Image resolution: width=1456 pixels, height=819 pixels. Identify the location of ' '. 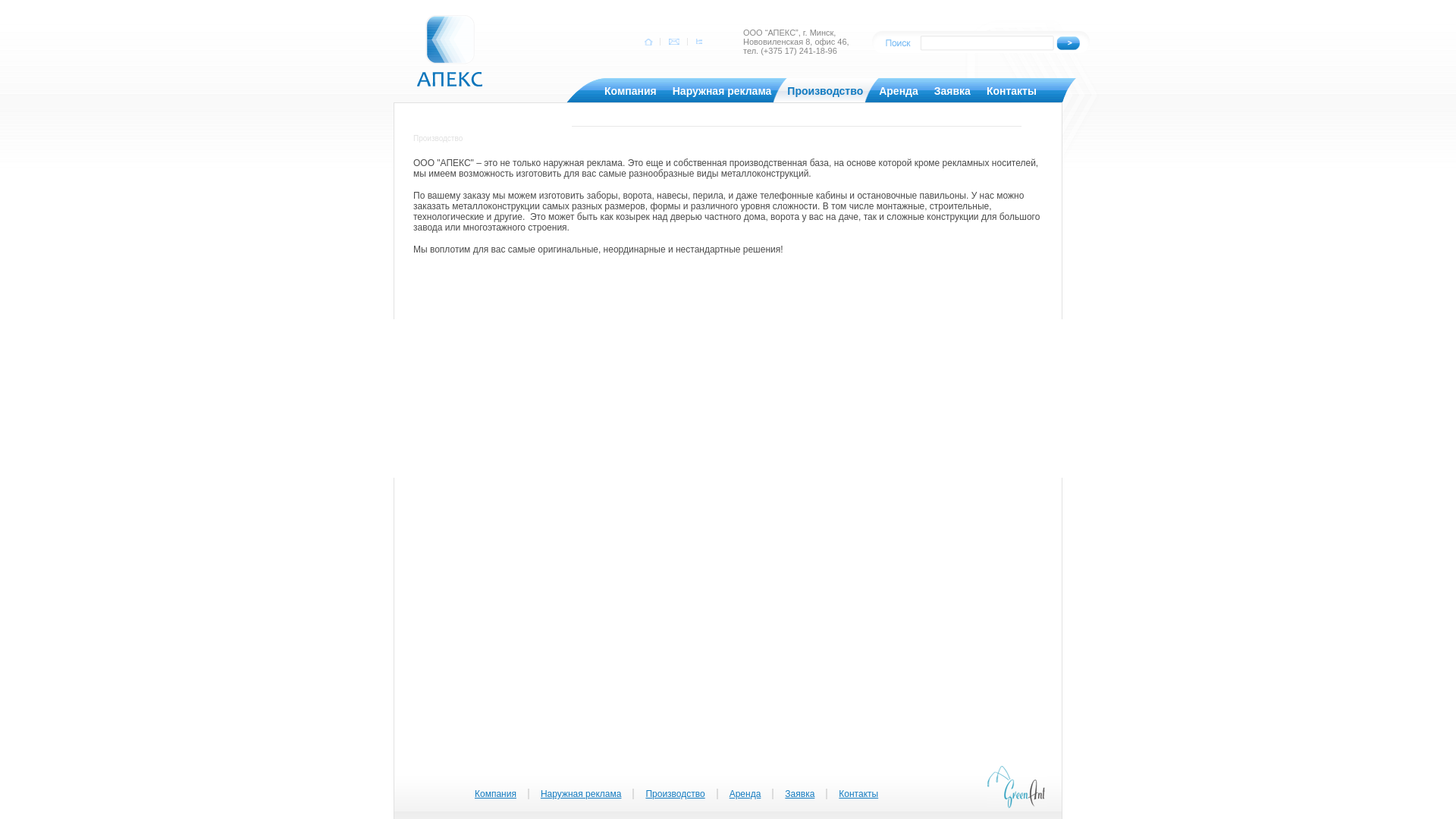
(649, 40).